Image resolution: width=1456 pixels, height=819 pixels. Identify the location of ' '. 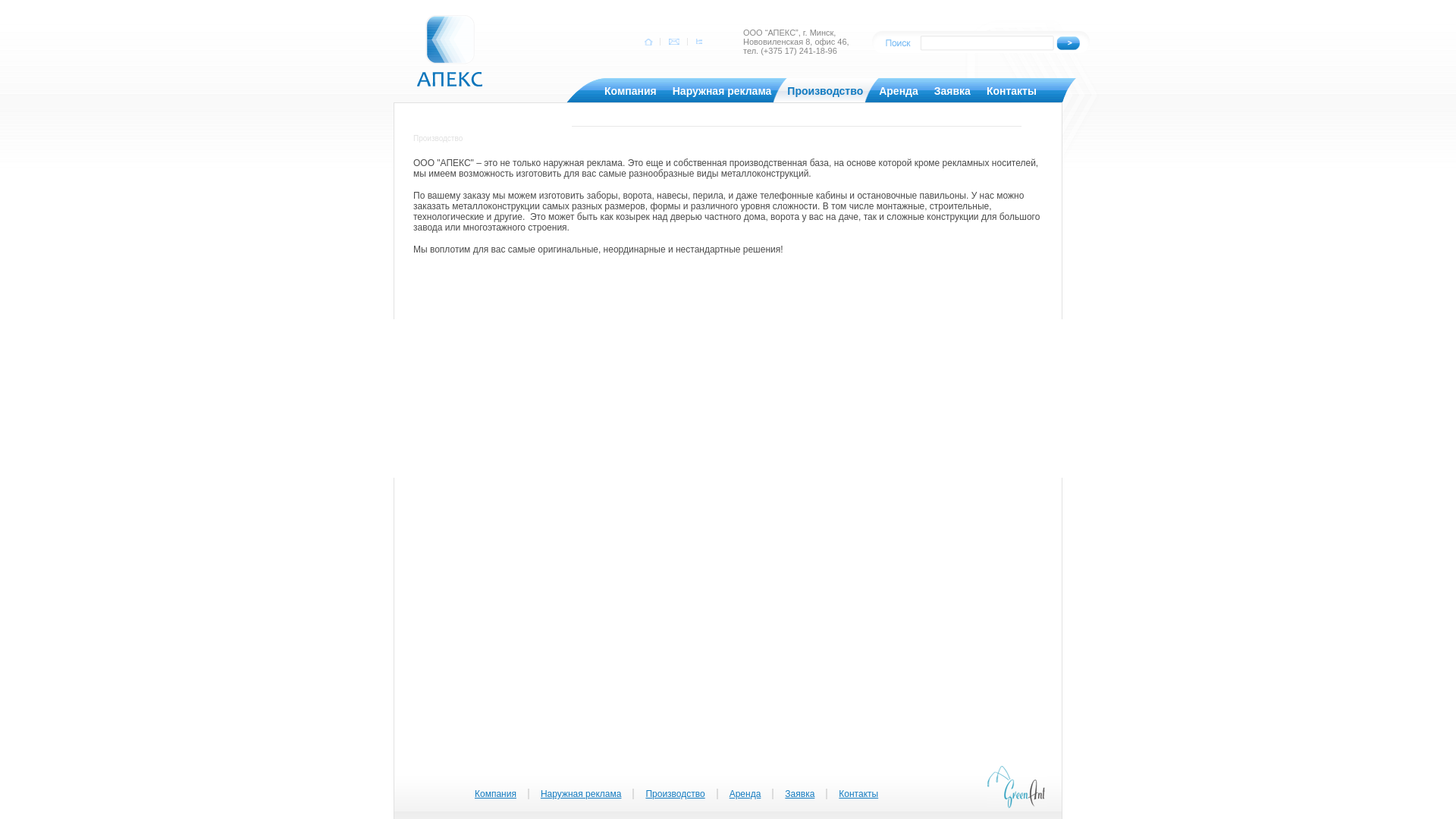
(649, 40).